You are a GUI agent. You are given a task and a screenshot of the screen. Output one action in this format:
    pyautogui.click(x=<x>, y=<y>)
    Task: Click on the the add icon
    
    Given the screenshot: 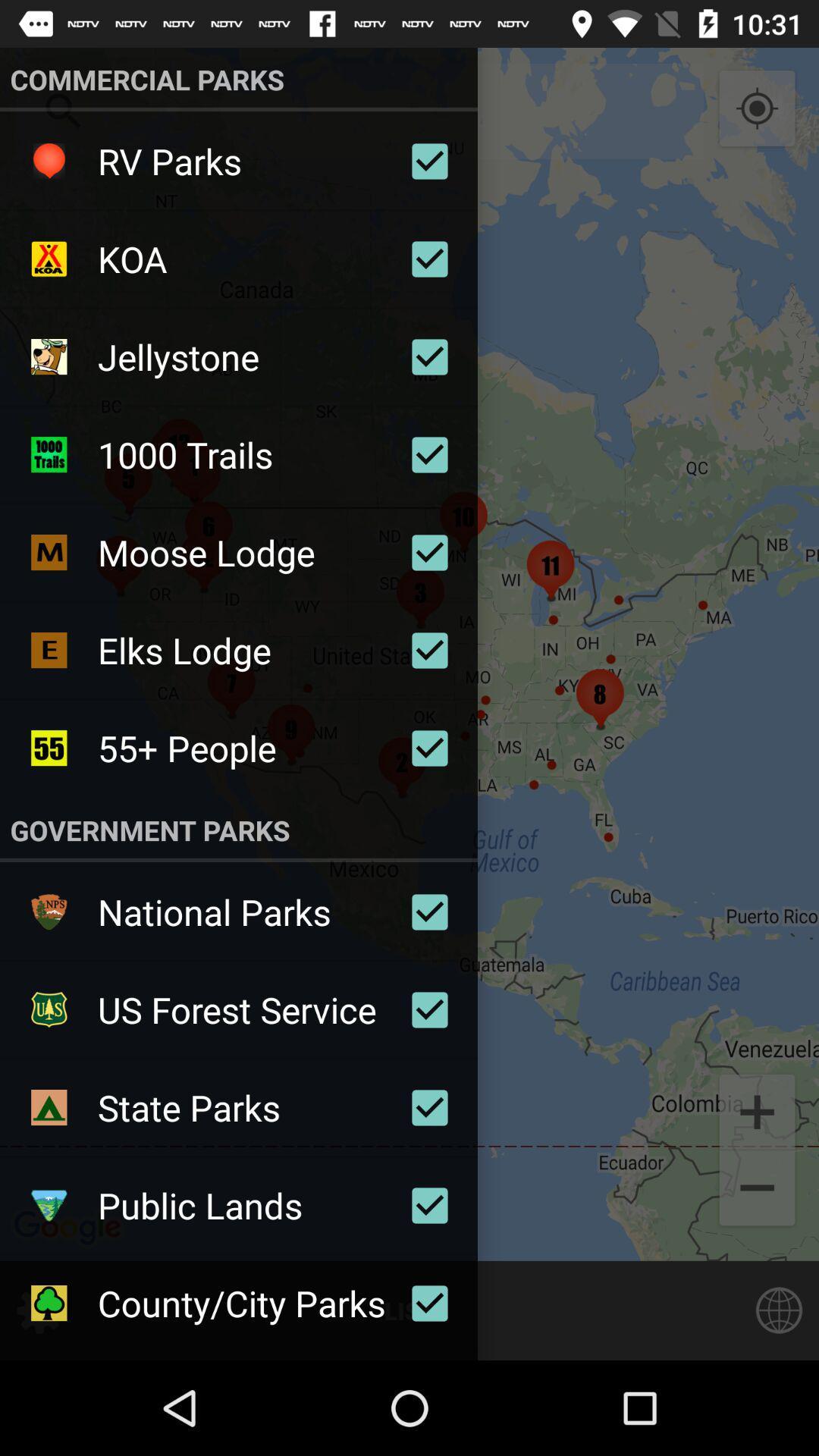 What is the action you would take?
    pyautogui.click(x=757, y=1110)
    